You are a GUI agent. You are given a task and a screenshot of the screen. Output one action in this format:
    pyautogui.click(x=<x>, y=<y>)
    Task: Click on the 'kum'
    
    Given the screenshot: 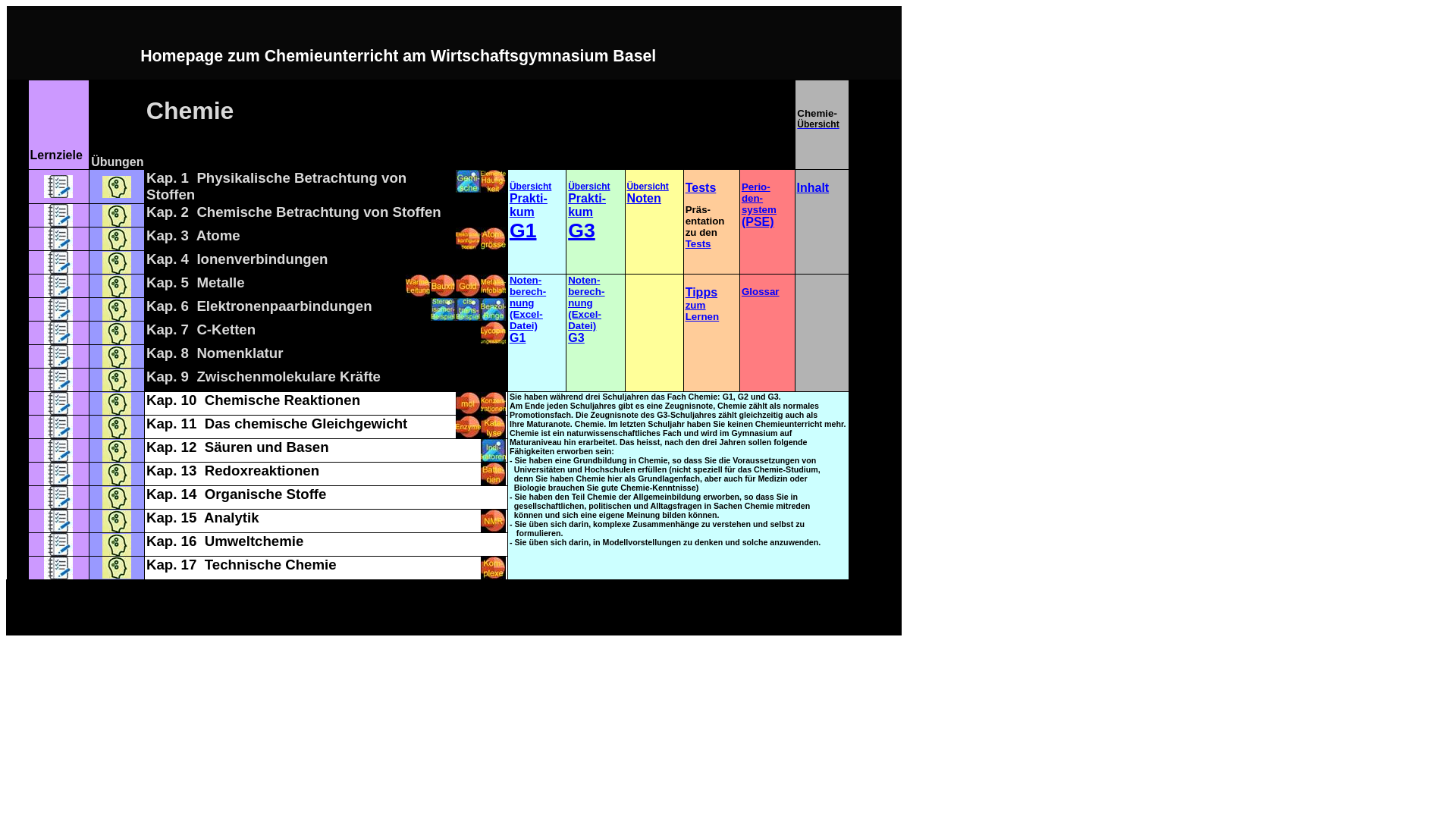 What is the action you would take?
    pyautogui.click(x=566, y=212)
    